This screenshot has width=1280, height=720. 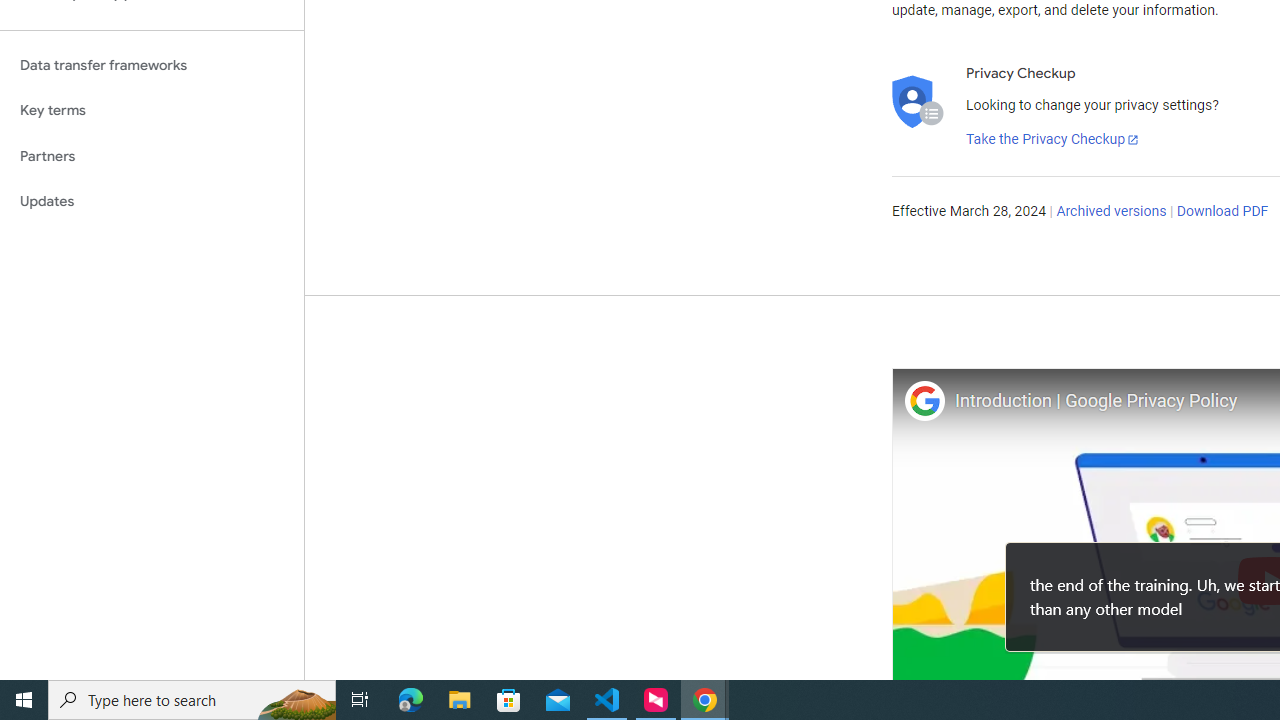 I want to click on 'Updates', so click(x=151, y=201).